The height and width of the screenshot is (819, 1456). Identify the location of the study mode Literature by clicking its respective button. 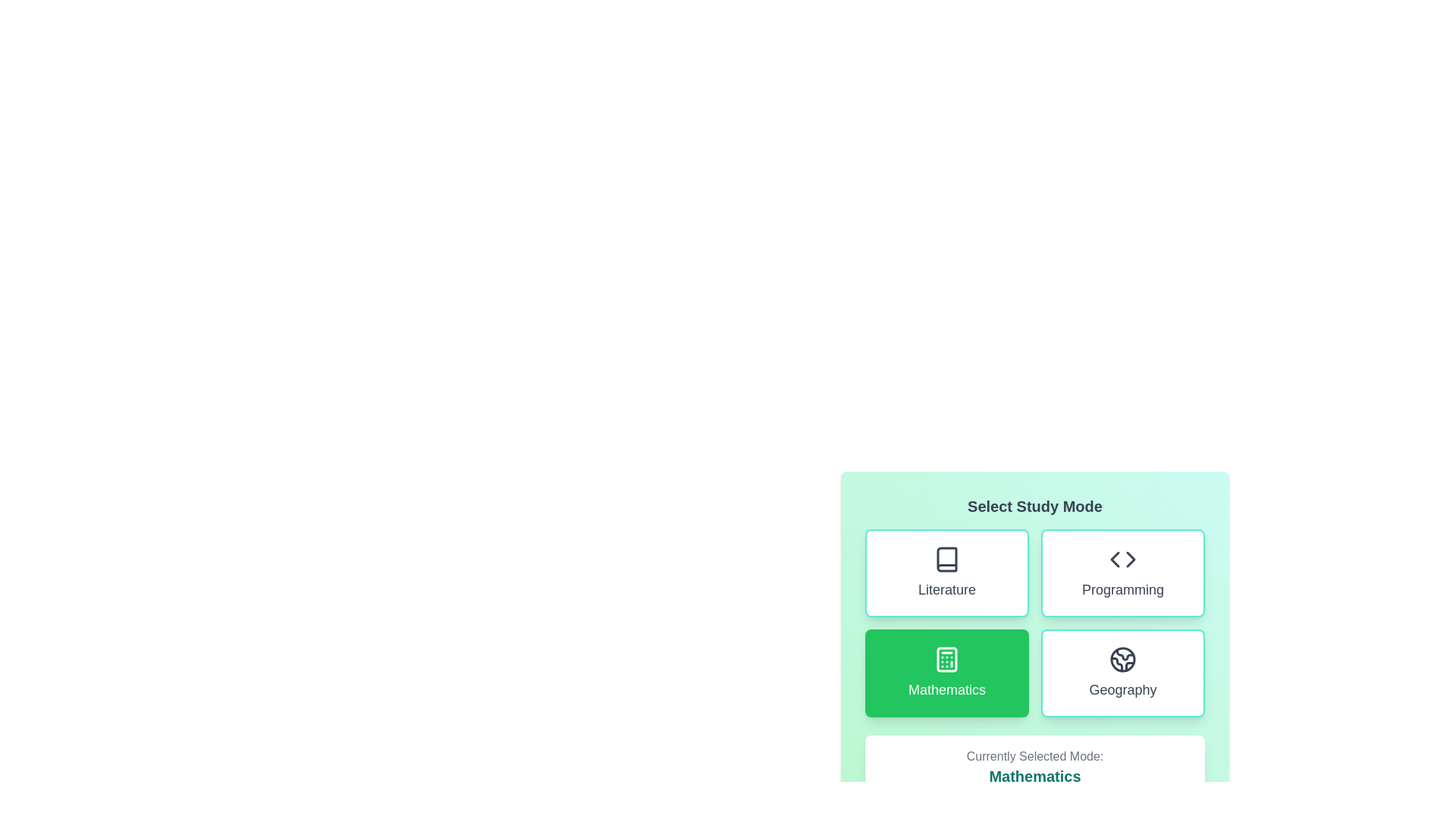
(946, 573).